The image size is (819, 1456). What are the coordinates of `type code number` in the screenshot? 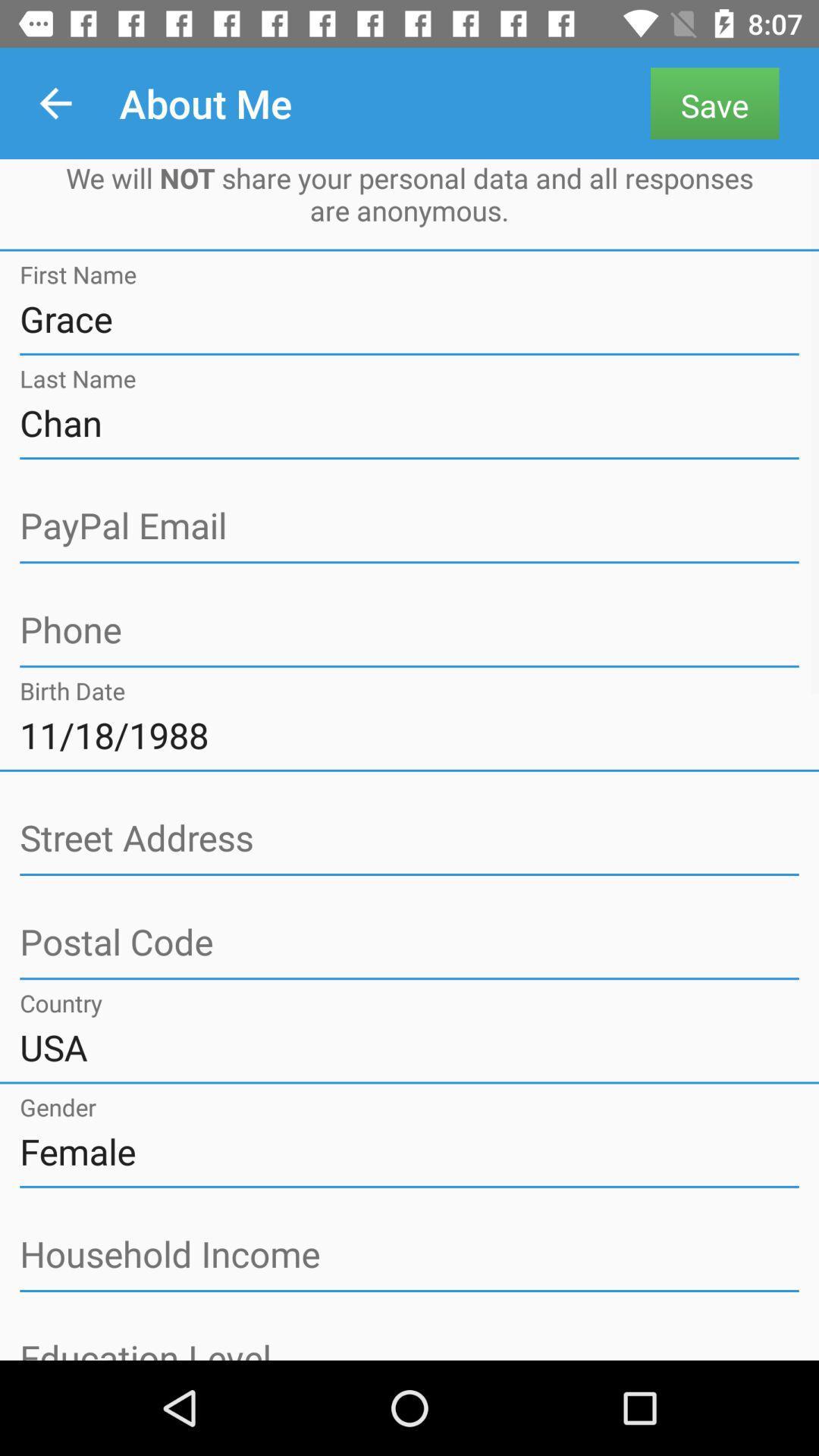 It's located at (409, 942).